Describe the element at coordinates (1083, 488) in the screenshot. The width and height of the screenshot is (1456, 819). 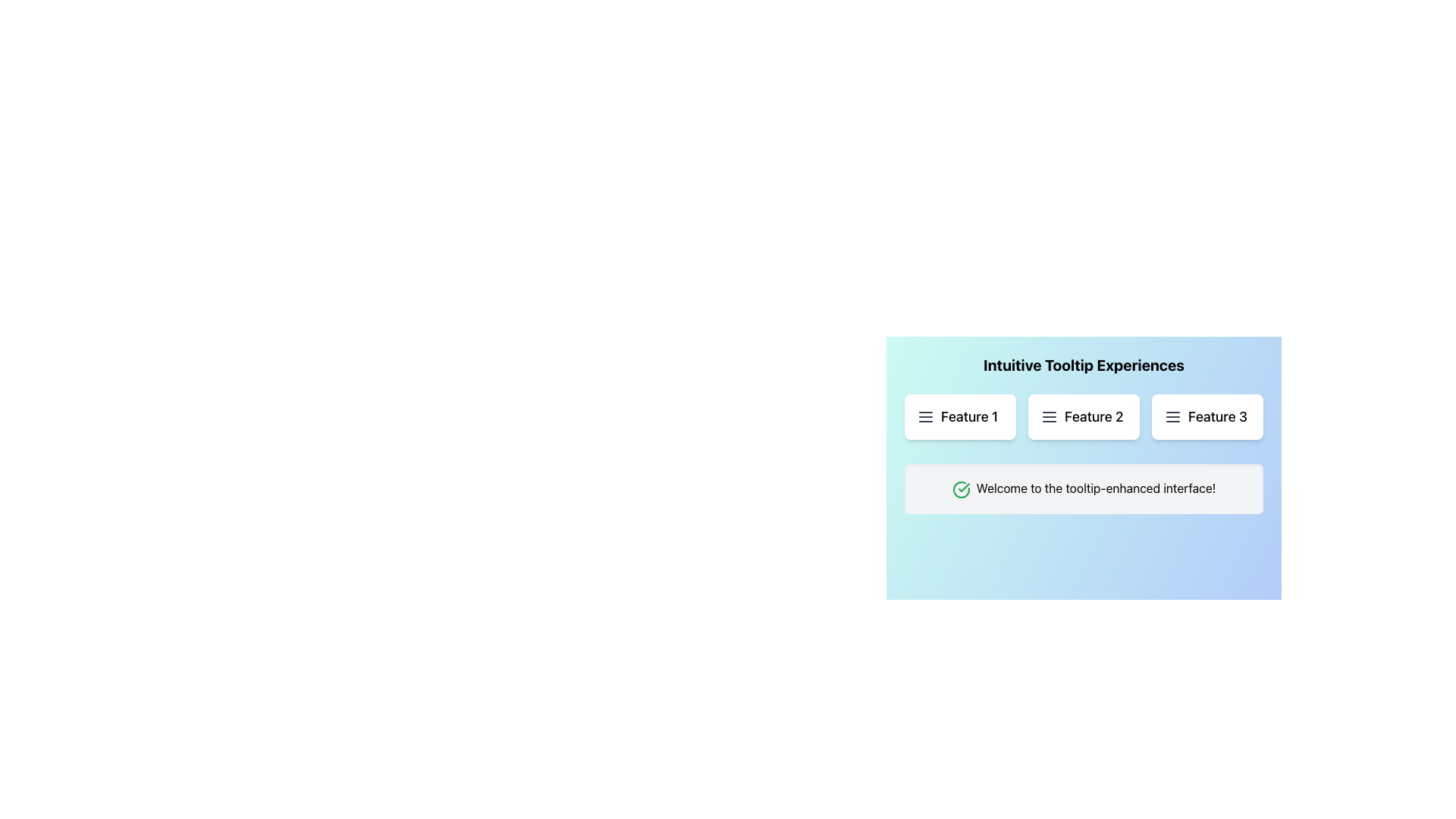
I see `the static message box styled with light gray backgrounds and rounded corners, which contains the text 'Welcome to the tooltip-enhanced interface!' and a green checkmark icon, positioned beneath the feature labels` at that location.